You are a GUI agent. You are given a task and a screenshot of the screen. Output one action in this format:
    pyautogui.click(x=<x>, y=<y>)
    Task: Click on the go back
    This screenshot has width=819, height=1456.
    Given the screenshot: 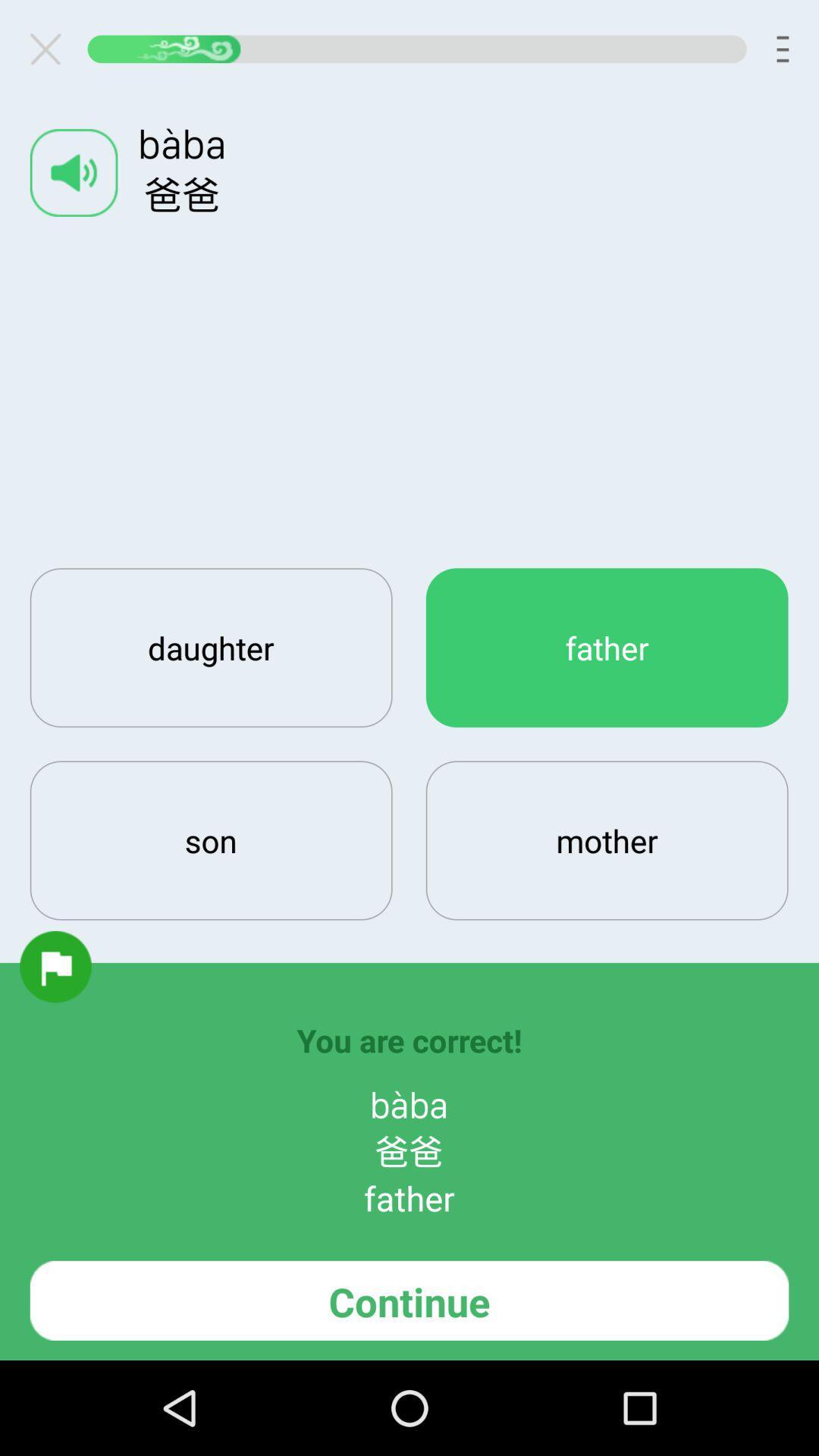 What is the action you would take?
    pyautogui.click(x=51, y=49)
    